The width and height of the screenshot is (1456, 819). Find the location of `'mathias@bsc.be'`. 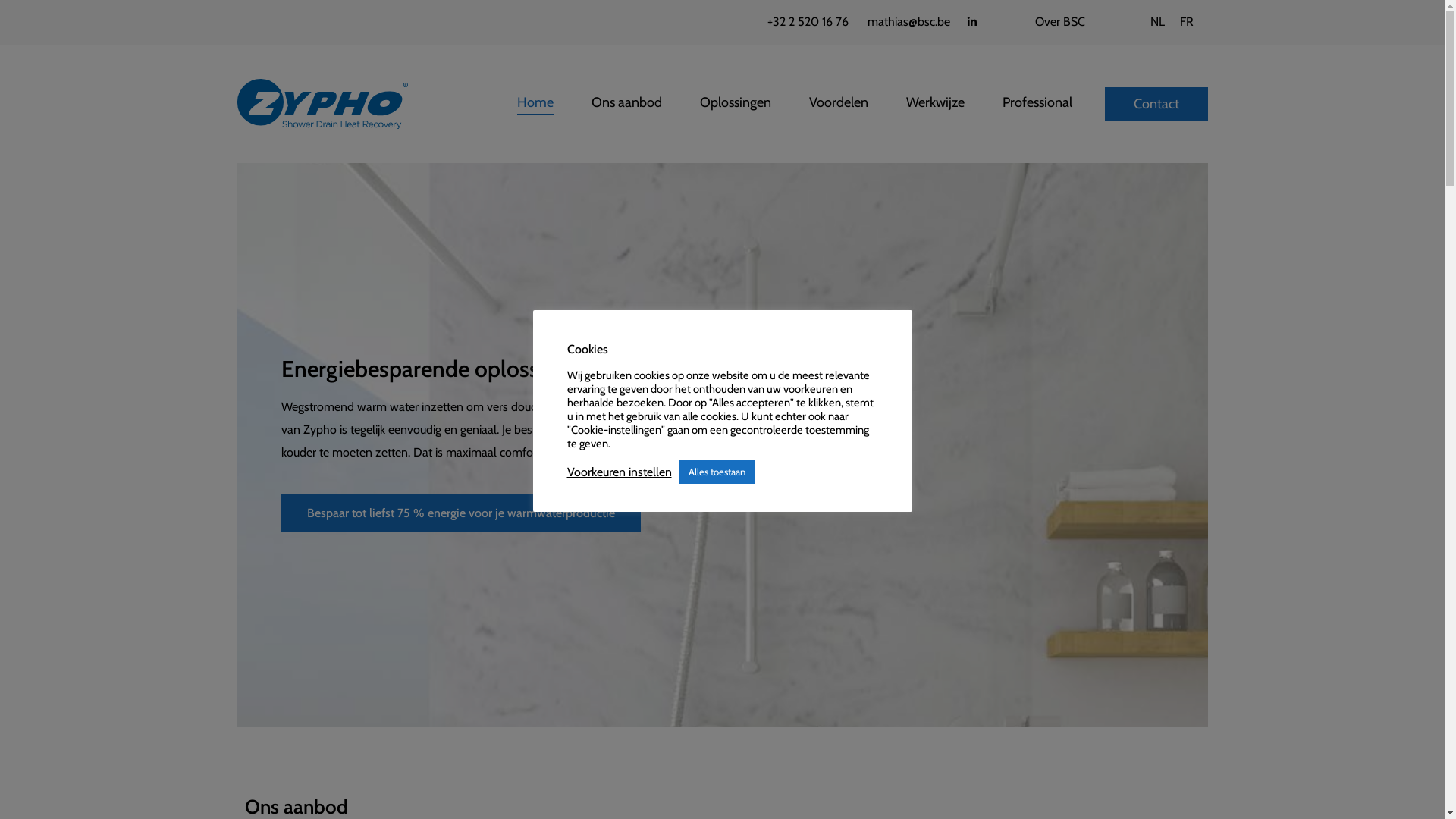

'mathias@bsc.be' is located at coordinates (908, 22).